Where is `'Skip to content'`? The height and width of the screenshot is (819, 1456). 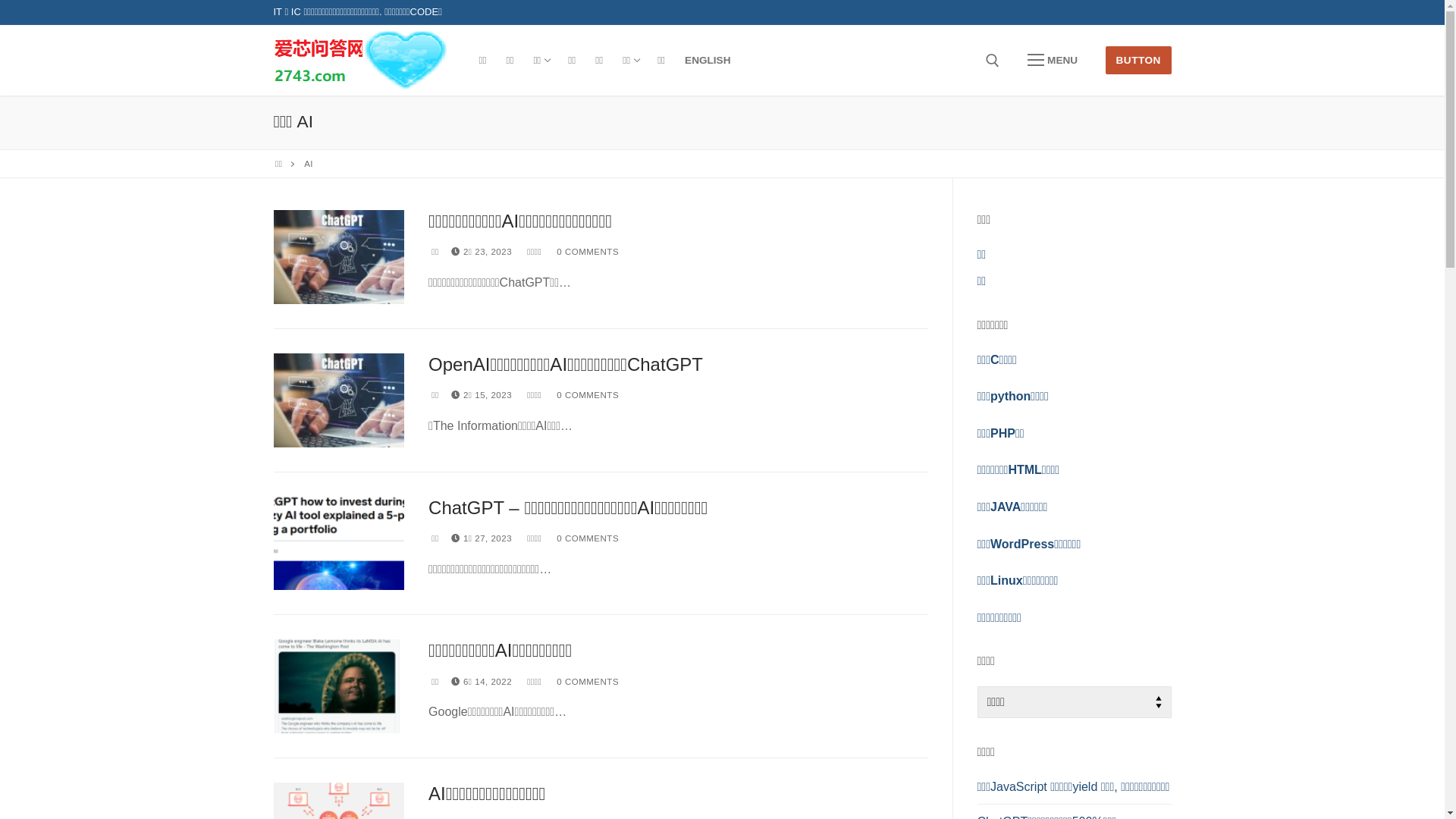
'Skip to content' is located at coordinates (0, 0).